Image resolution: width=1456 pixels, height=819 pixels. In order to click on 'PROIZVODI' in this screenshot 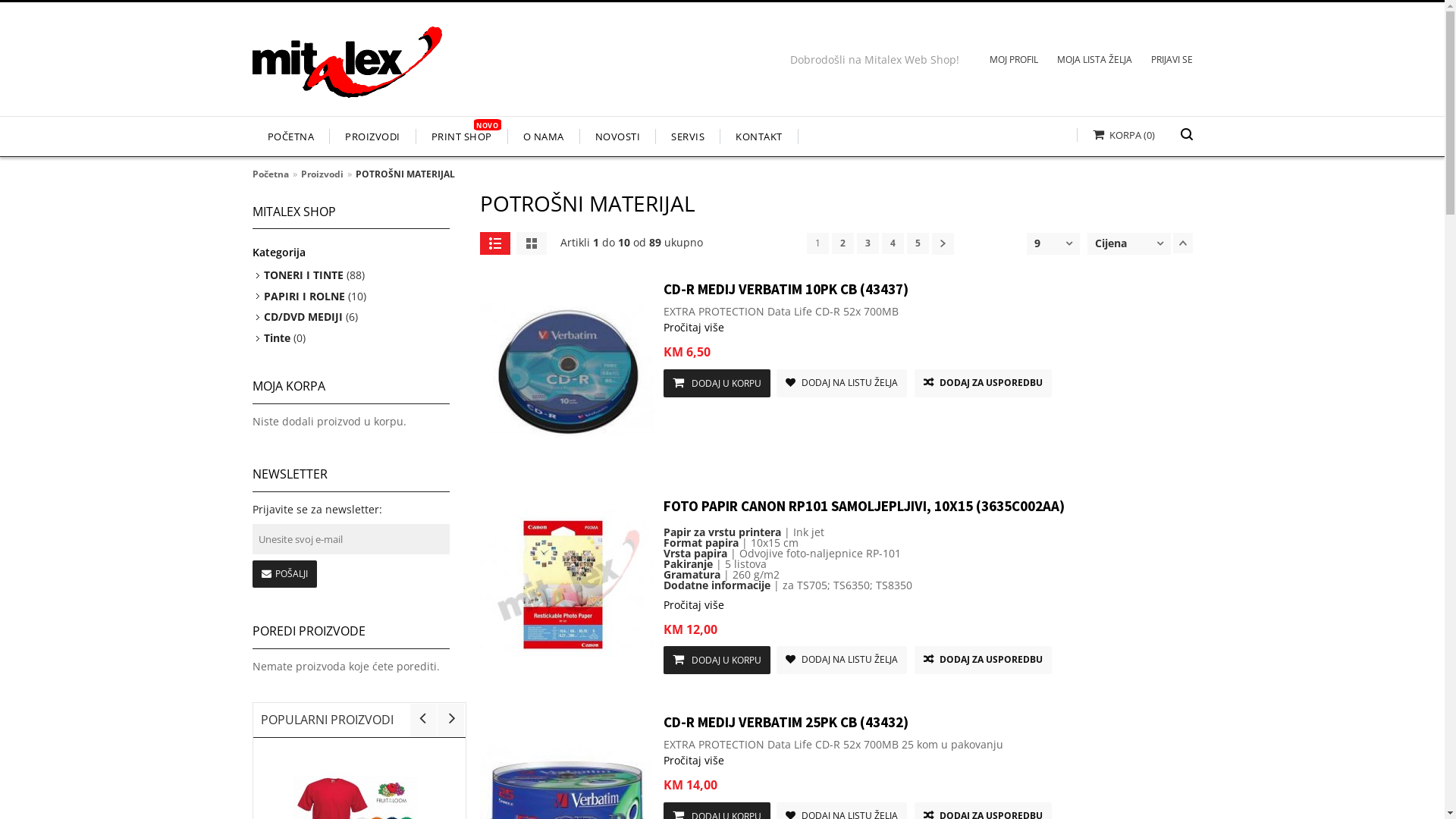, I will do `click(372, 136)`.